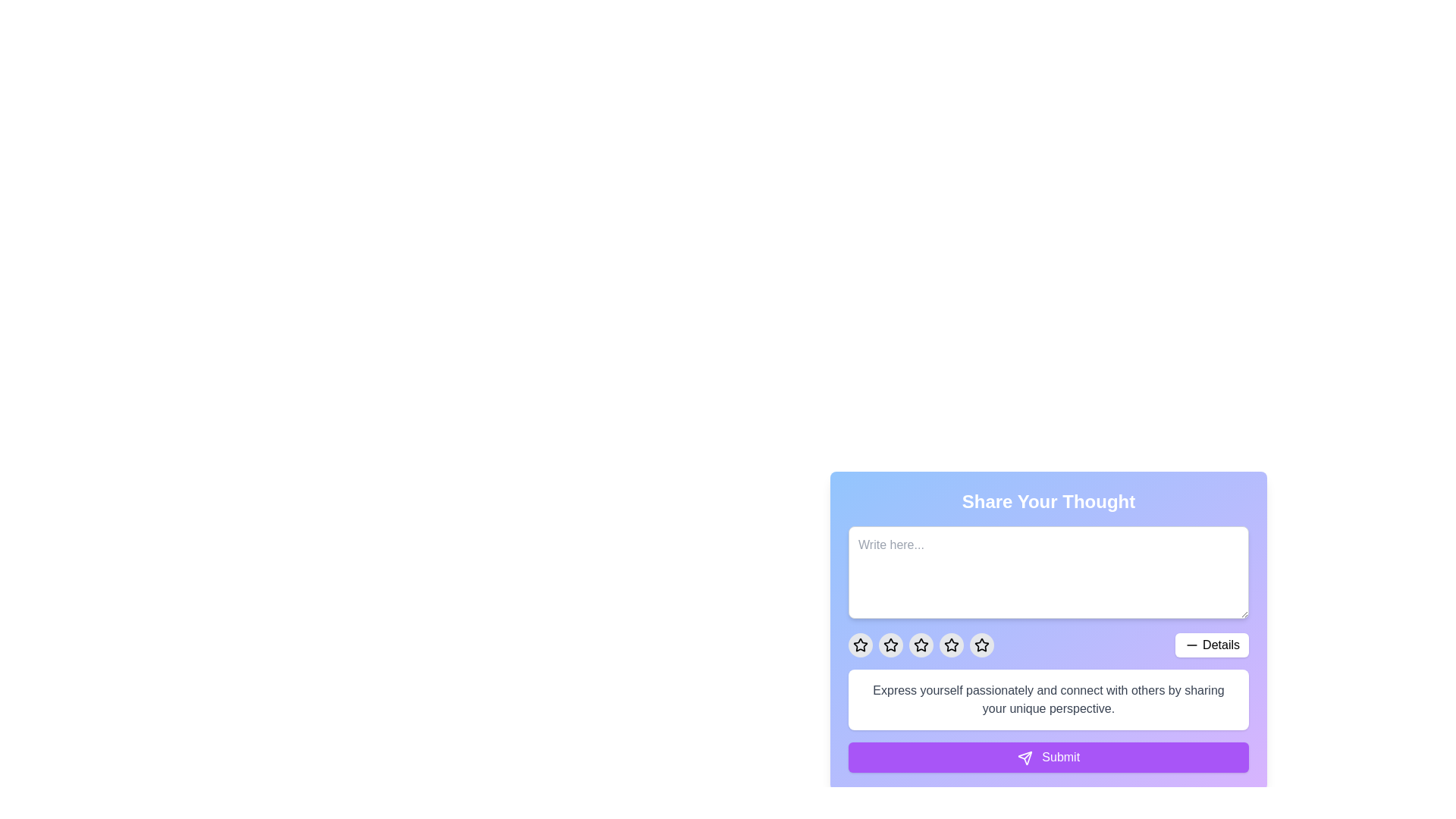 This screenshot has height=819, width=1456. What do you see at coordinates (891, 645) in the screenshot?
I see `the second star icon in the rating row beneath the 'Share Your Thought' text input box` at bounding box center [891, 645].